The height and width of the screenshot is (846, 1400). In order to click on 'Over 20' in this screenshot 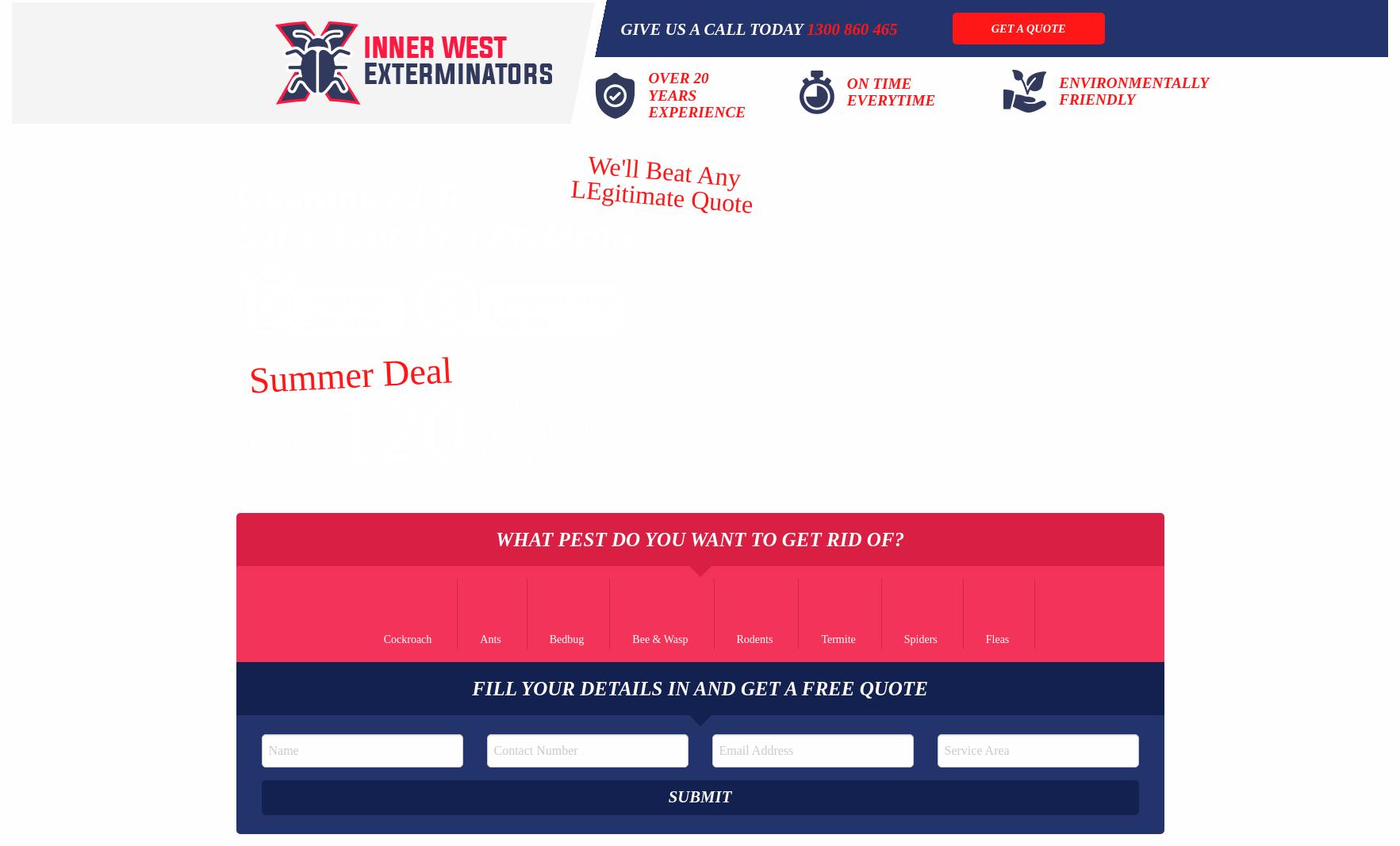, I will do `click(647, 77)`.